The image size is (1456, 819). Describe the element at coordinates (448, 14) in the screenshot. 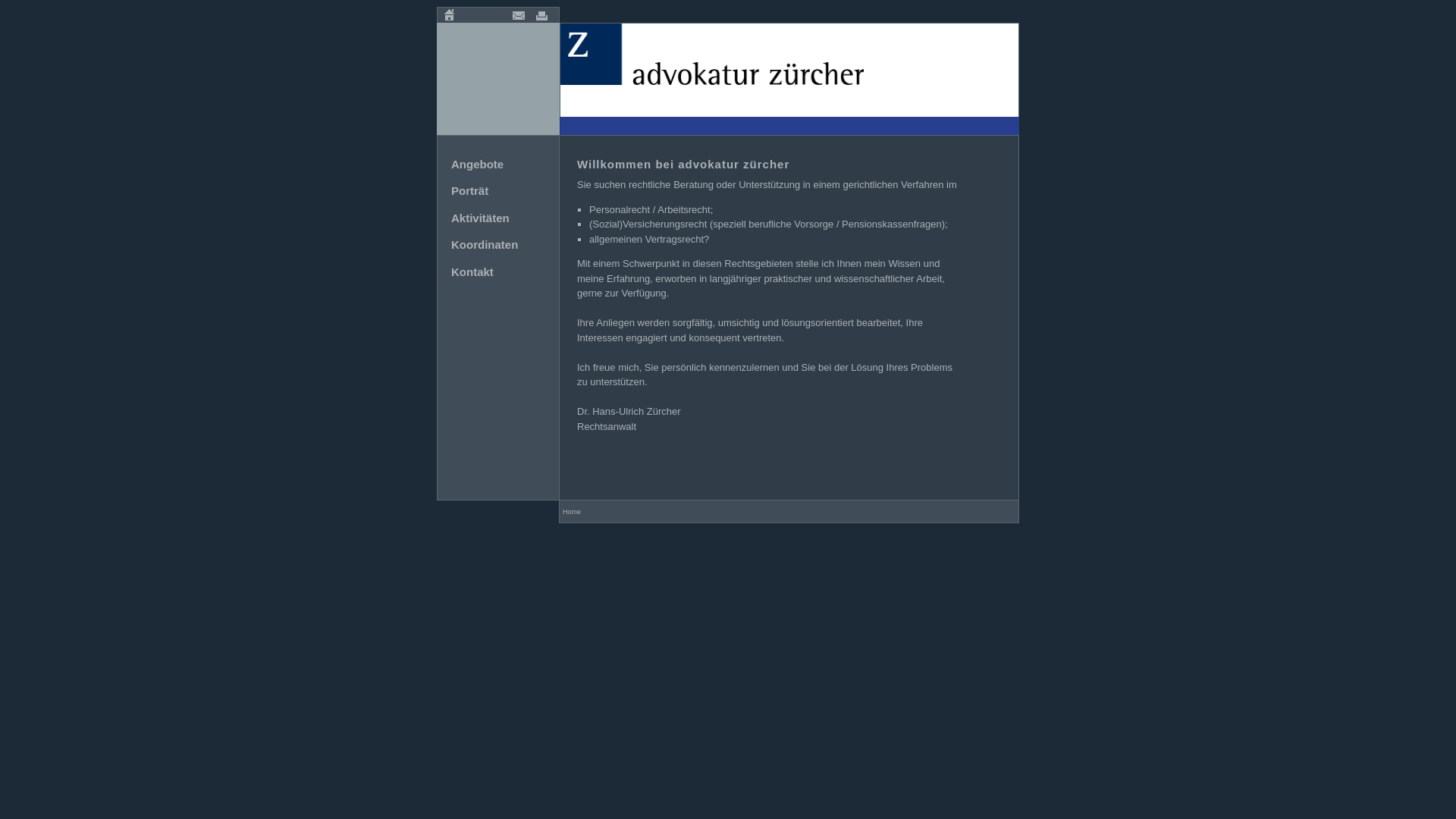

I see `'Home'` at that location.